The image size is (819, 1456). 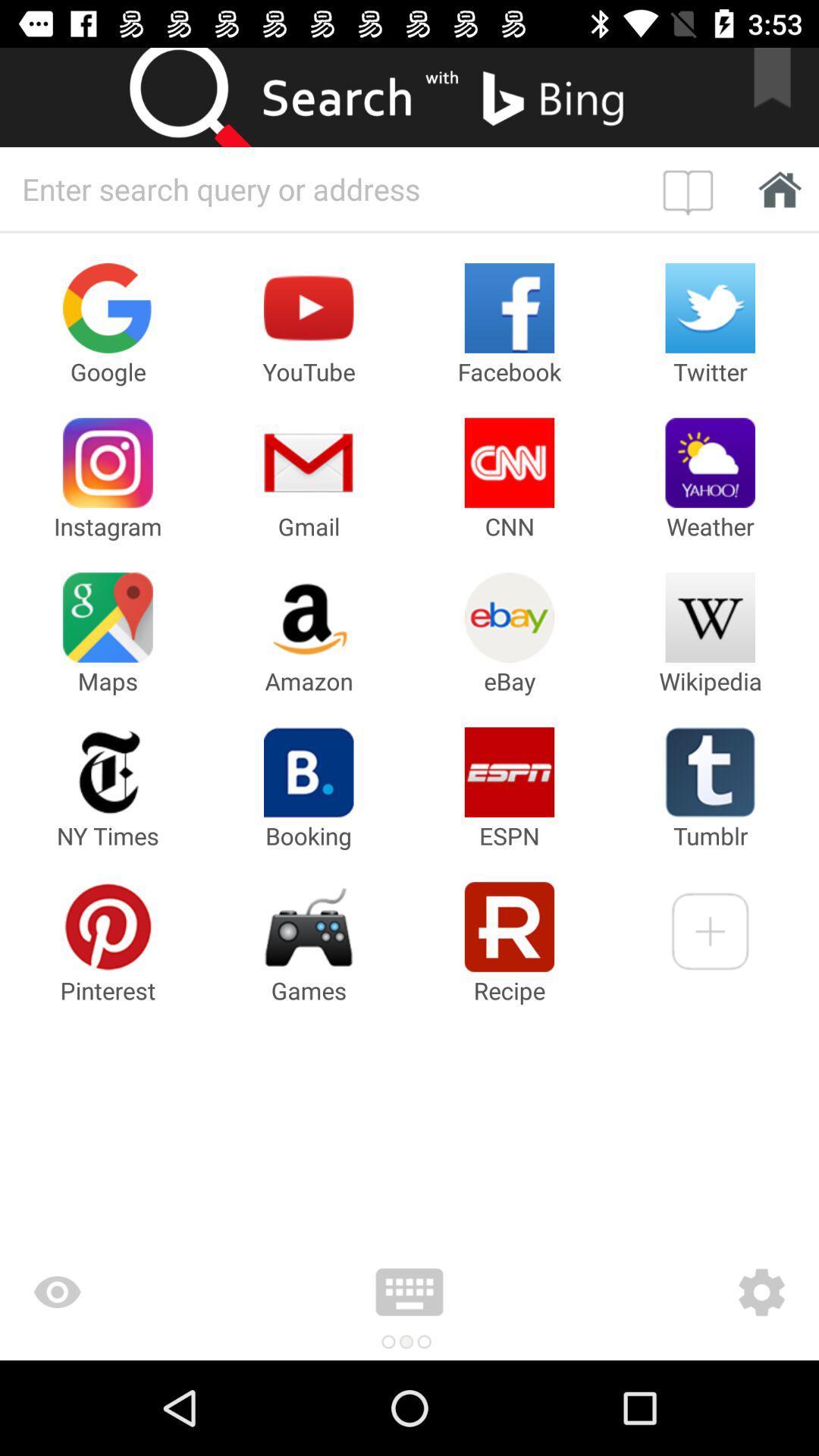 What do you see at coordinates (327, 188) in the screenshot?
I see `search for something` at bounding box center [327, 188].